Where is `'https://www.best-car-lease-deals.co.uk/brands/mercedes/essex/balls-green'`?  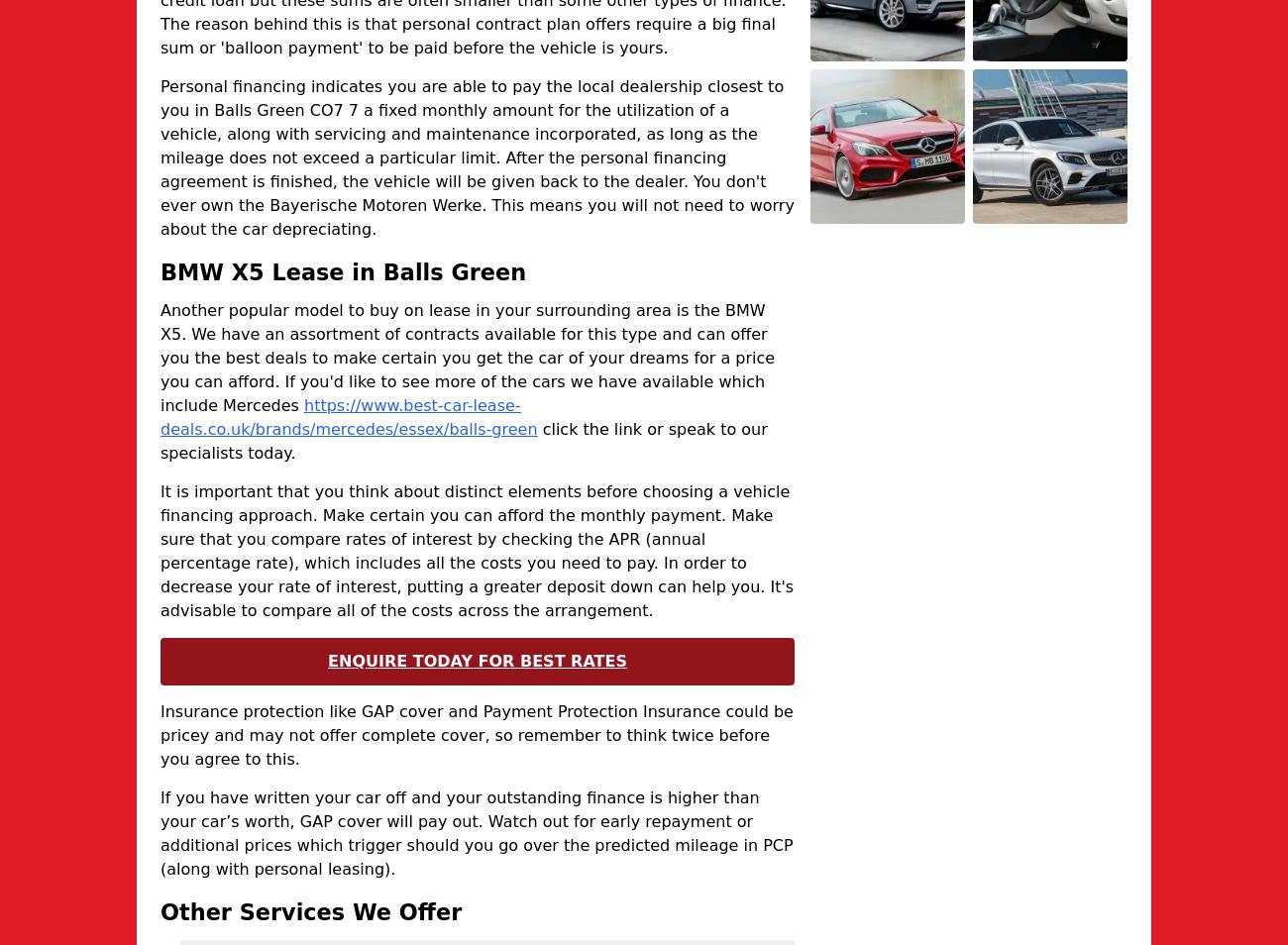 'https://www.best-car-lease-deals.co.uk/brands/mercedes/essex/balls-green' is located at coordinates (348, 417).